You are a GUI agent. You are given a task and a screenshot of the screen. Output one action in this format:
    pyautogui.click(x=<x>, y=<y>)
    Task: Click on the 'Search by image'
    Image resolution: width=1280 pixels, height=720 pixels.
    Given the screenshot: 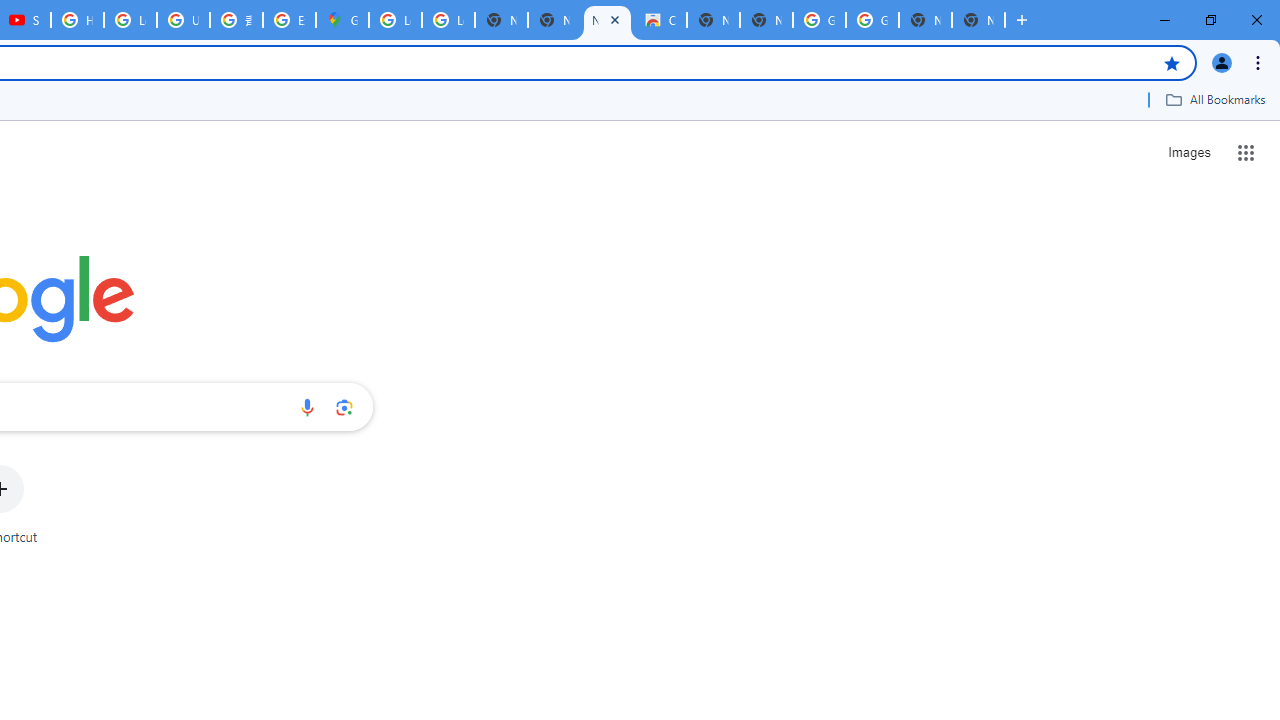 What is the action you would take?
    pyautogui.click(x=344, y=406)
    